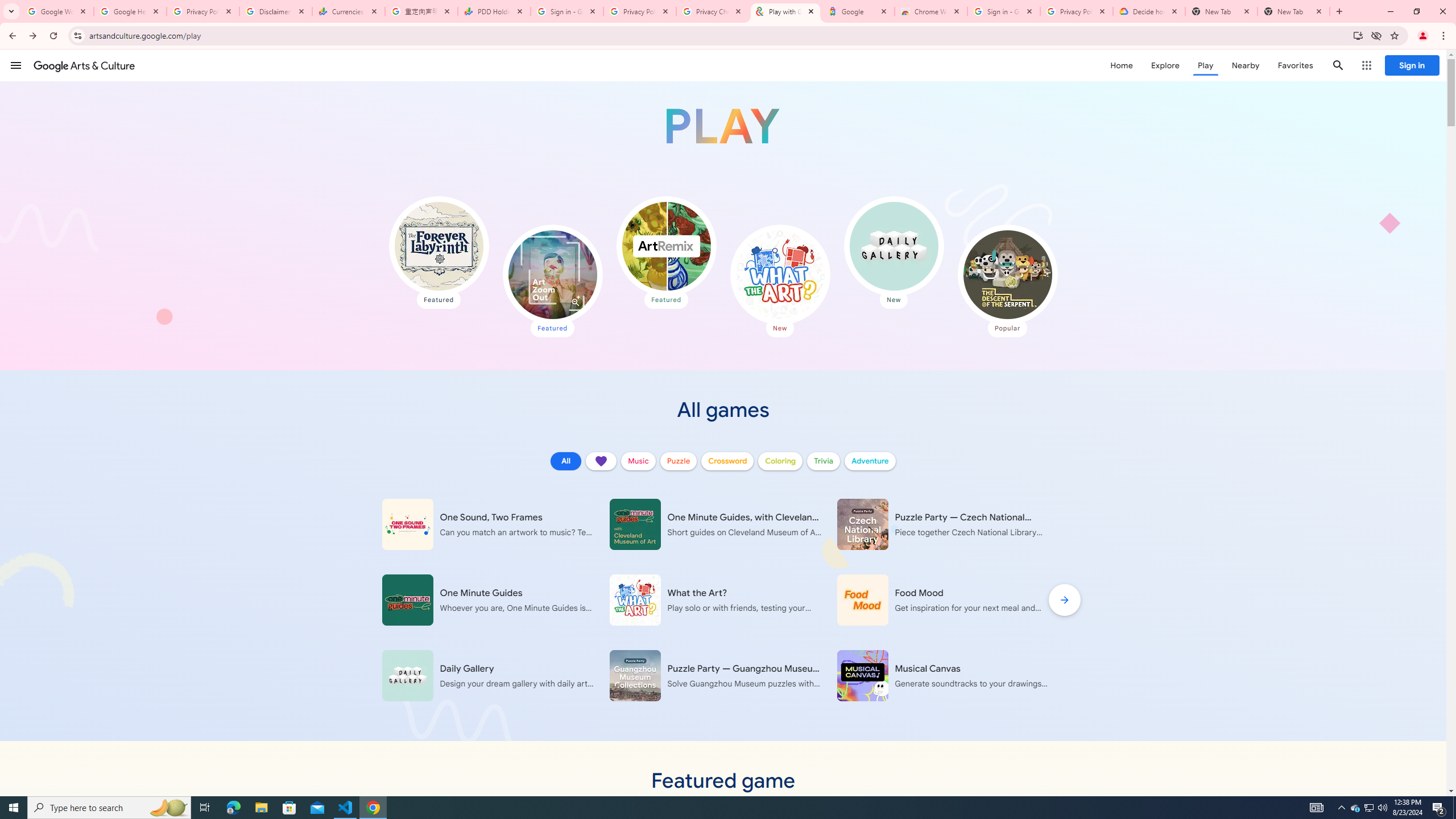  Describe the element at coordinates (930, 11) in the screenshot. I see `'Chrome Web Store - Color themes by Chrome'` at that location.